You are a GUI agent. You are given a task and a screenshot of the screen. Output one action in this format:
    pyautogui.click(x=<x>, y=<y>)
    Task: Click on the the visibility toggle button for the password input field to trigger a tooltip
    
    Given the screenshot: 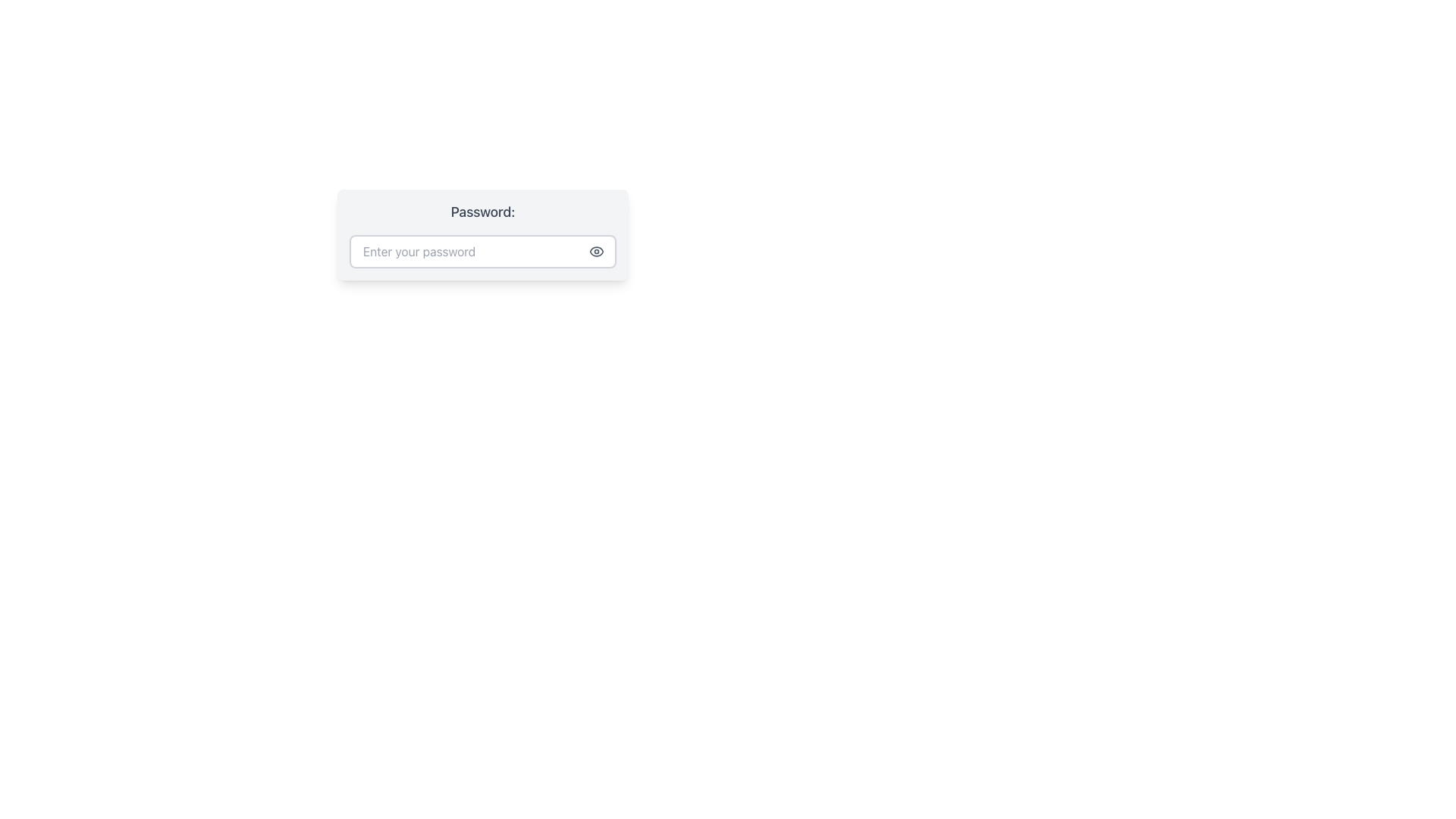 What is the action you would take?
    pyautogui.click(x=596, y=250)
    